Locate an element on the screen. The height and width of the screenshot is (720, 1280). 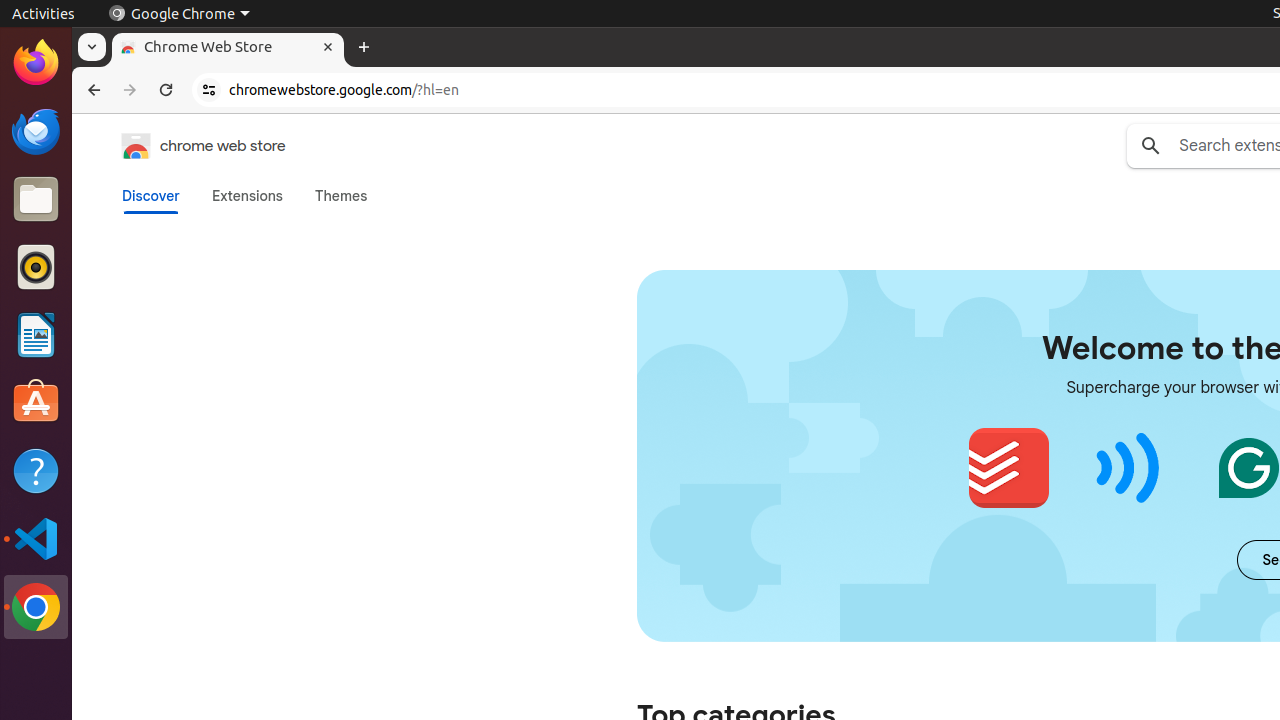
'Todoist for Chrome' is located at coordinates (1008, 468).